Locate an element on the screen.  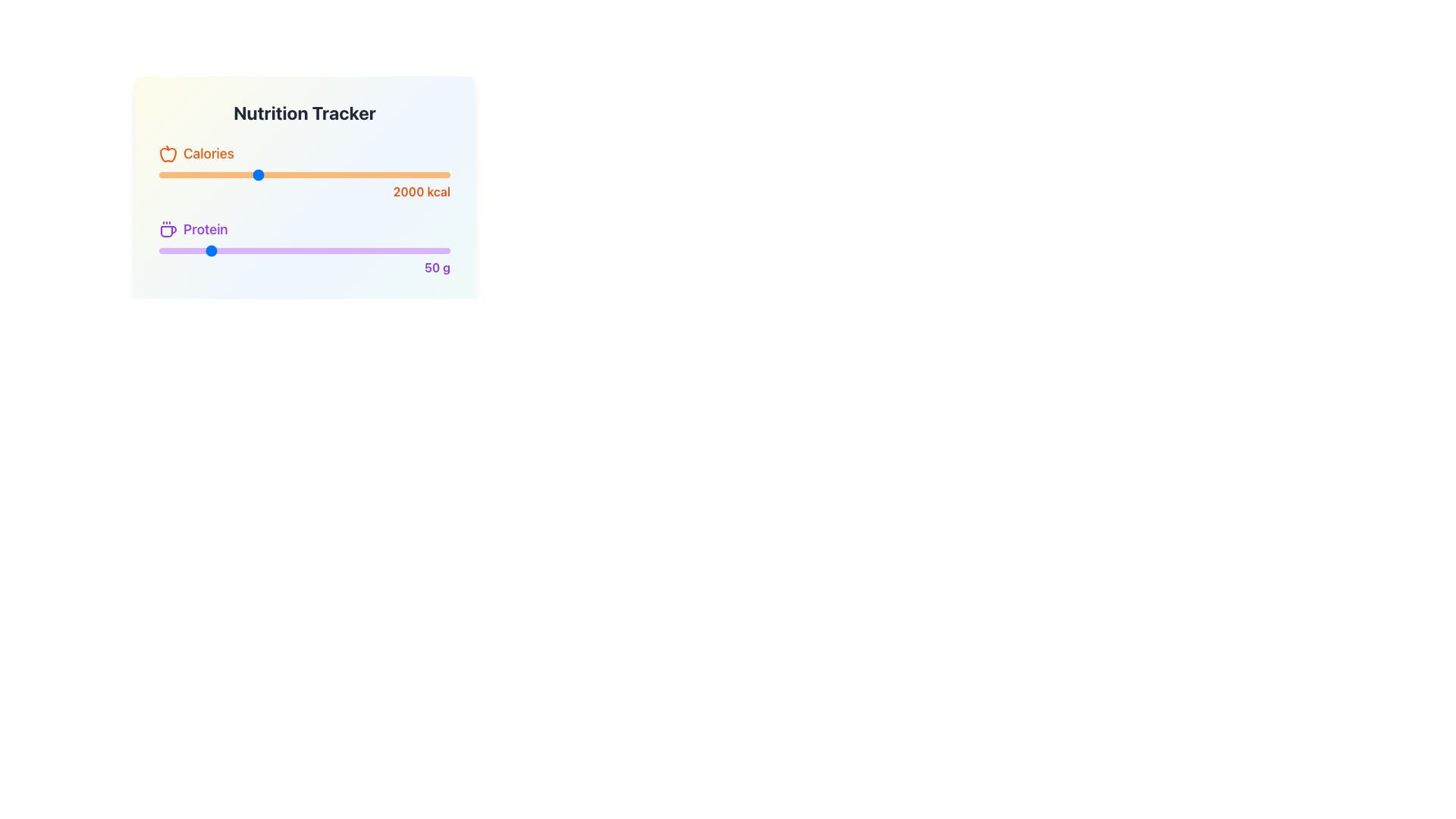
calorie goal is located at coordinates (339, 174).